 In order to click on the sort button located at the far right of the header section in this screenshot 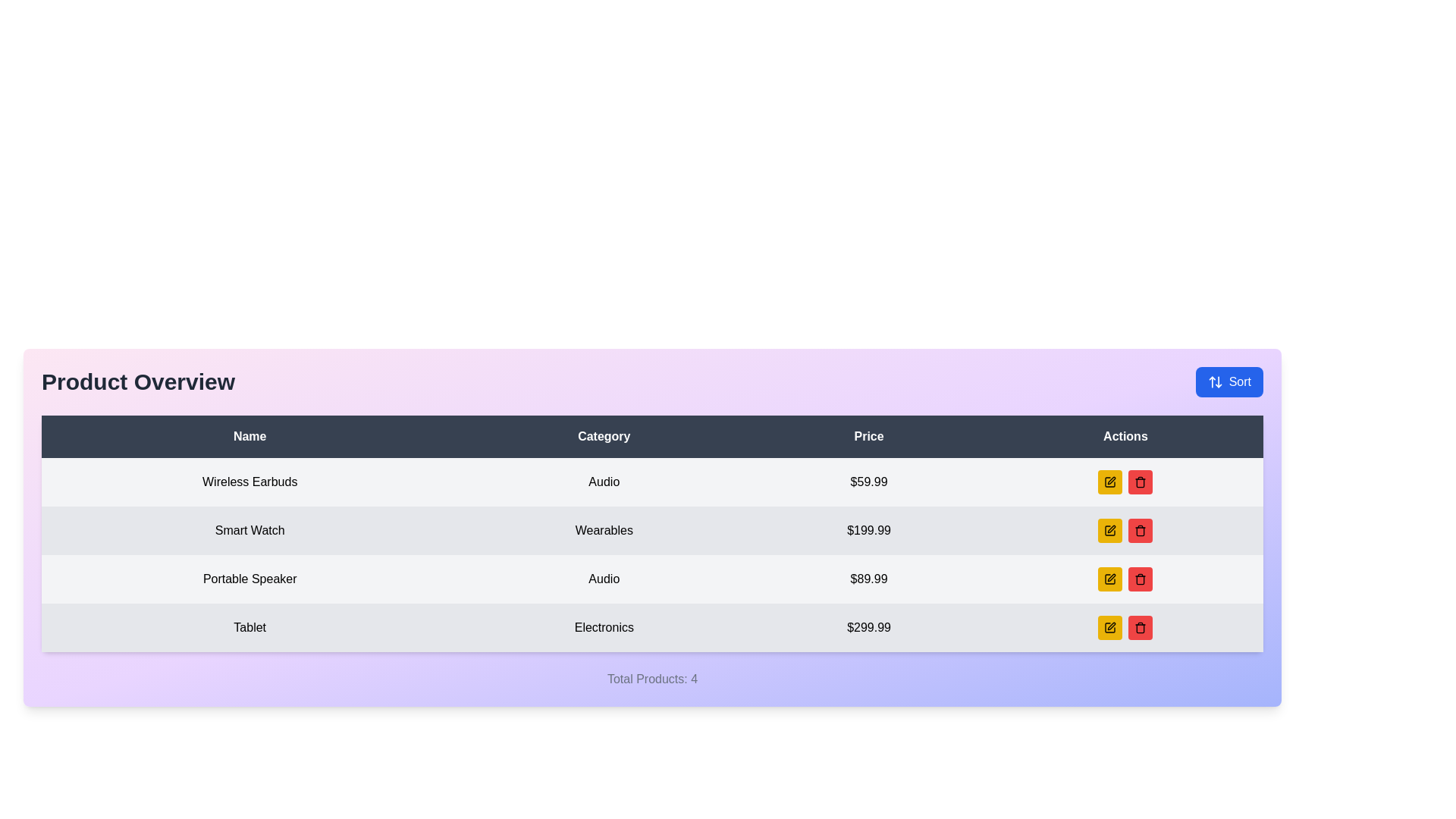, I will do `click(1229, 381)`.